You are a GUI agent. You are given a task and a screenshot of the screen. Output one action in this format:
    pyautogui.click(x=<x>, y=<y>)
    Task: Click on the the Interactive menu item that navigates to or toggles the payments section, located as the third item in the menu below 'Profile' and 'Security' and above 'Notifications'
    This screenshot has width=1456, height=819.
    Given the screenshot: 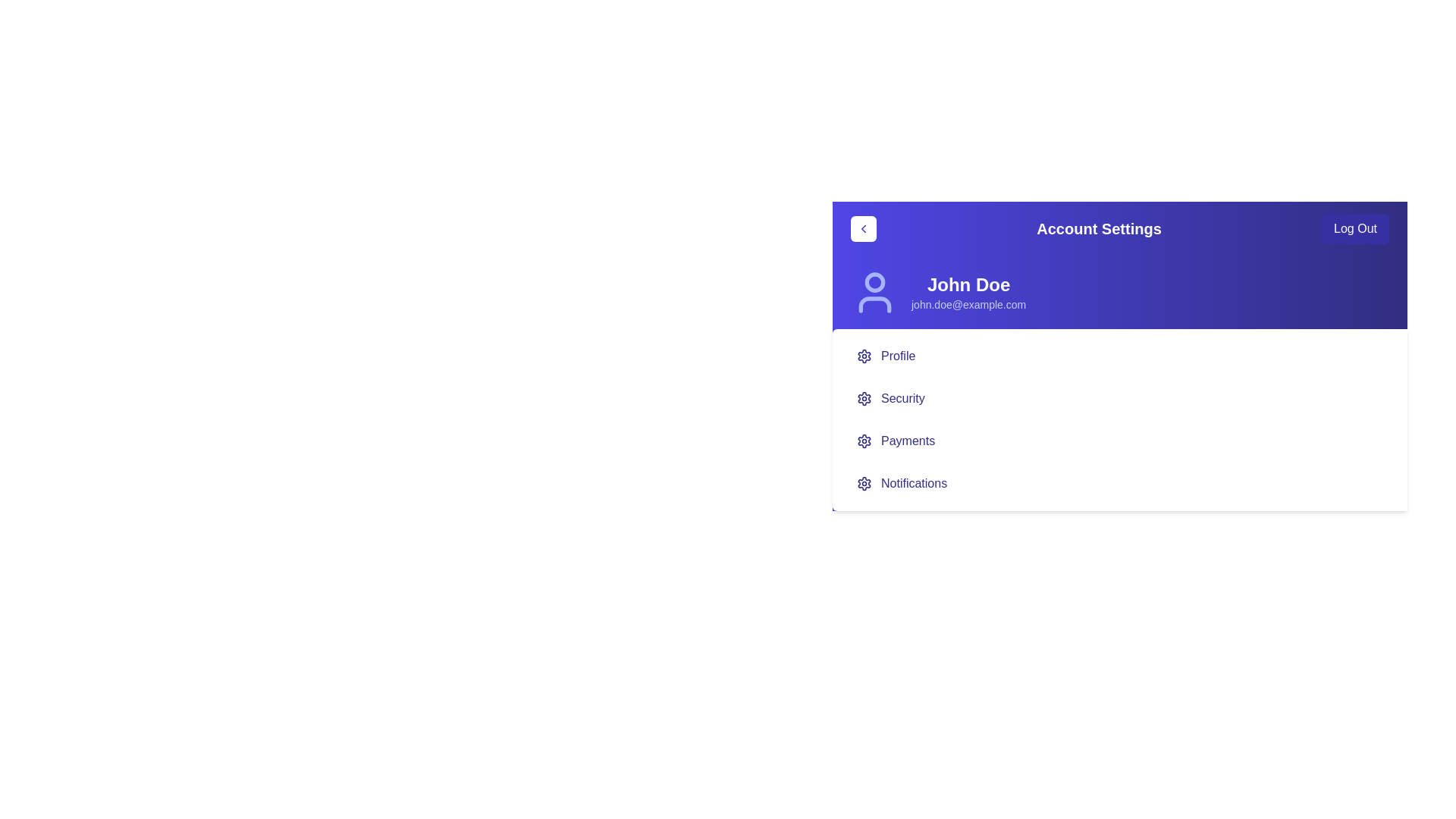 What is the action you would take?
    pyautogui.click(x=1120, y=441)
    